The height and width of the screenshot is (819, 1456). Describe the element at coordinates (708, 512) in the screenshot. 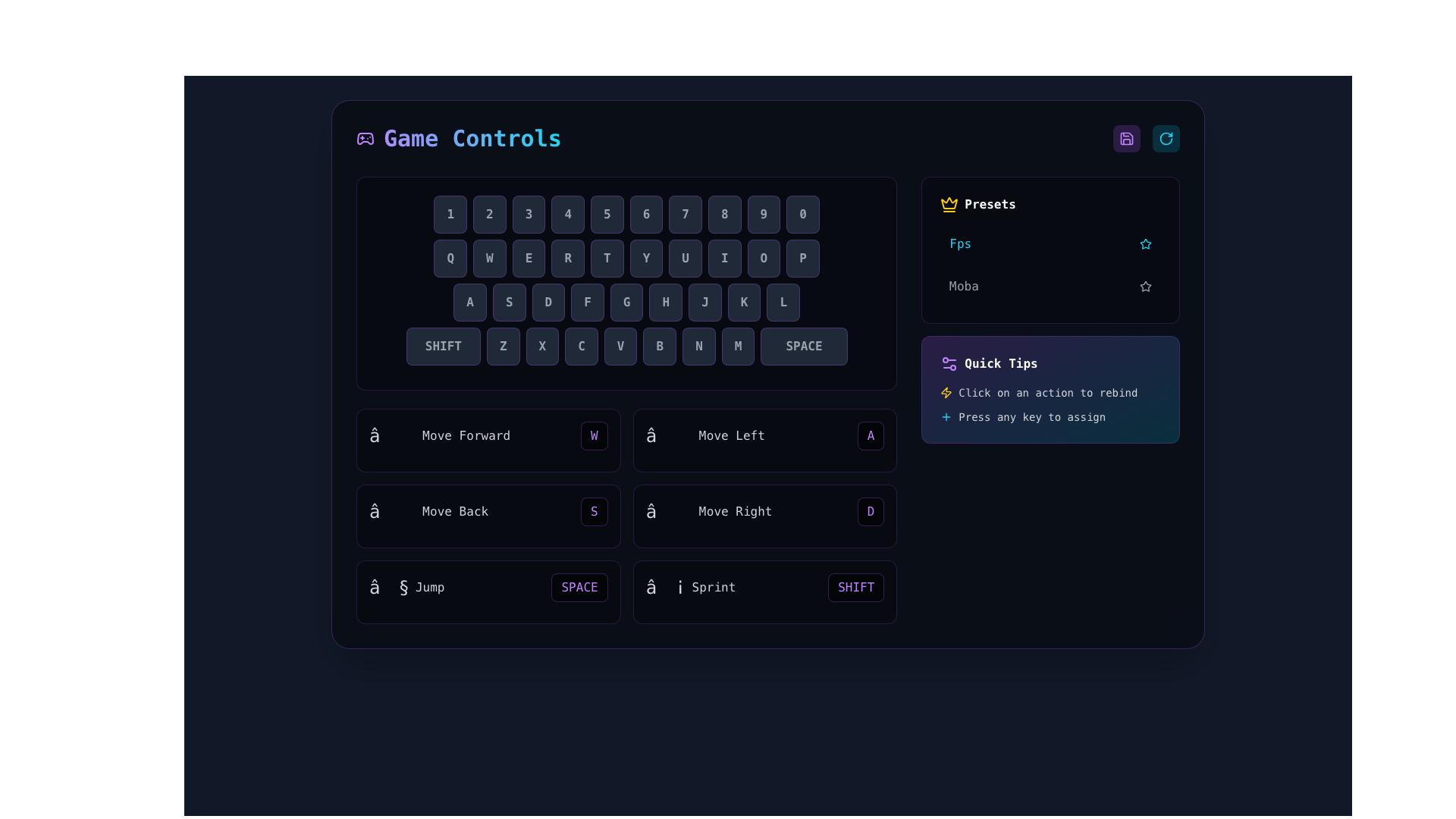

I see `the 'Move Right' text label which indicates the action and key command for moving right, located at the lower middle part of the directional controls layout` at that location.